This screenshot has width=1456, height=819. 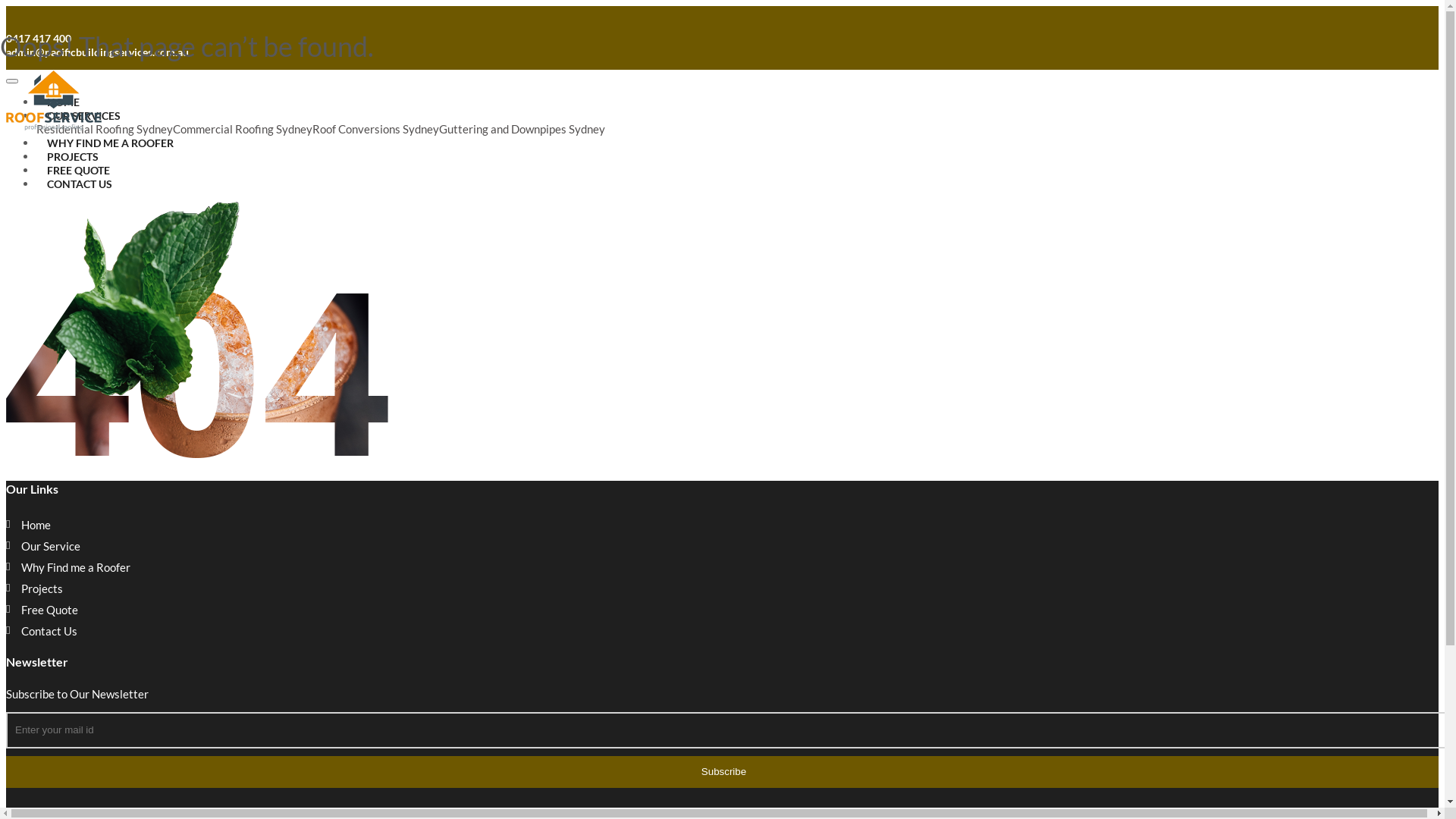 I want to click on 'FREE QUOTE', so click(x=77, y=170).